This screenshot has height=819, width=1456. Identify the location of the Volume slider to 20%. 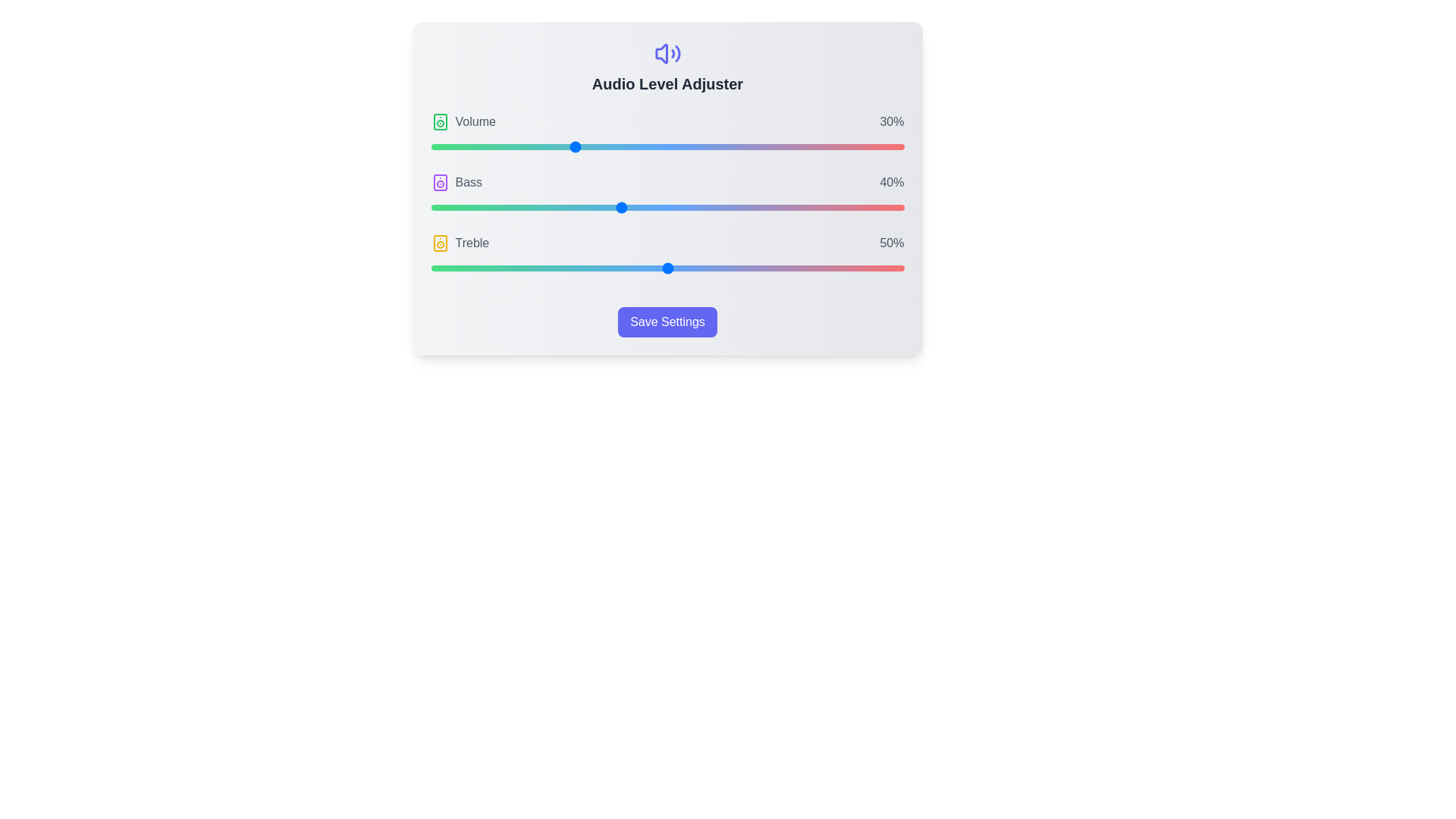
(526, 146).